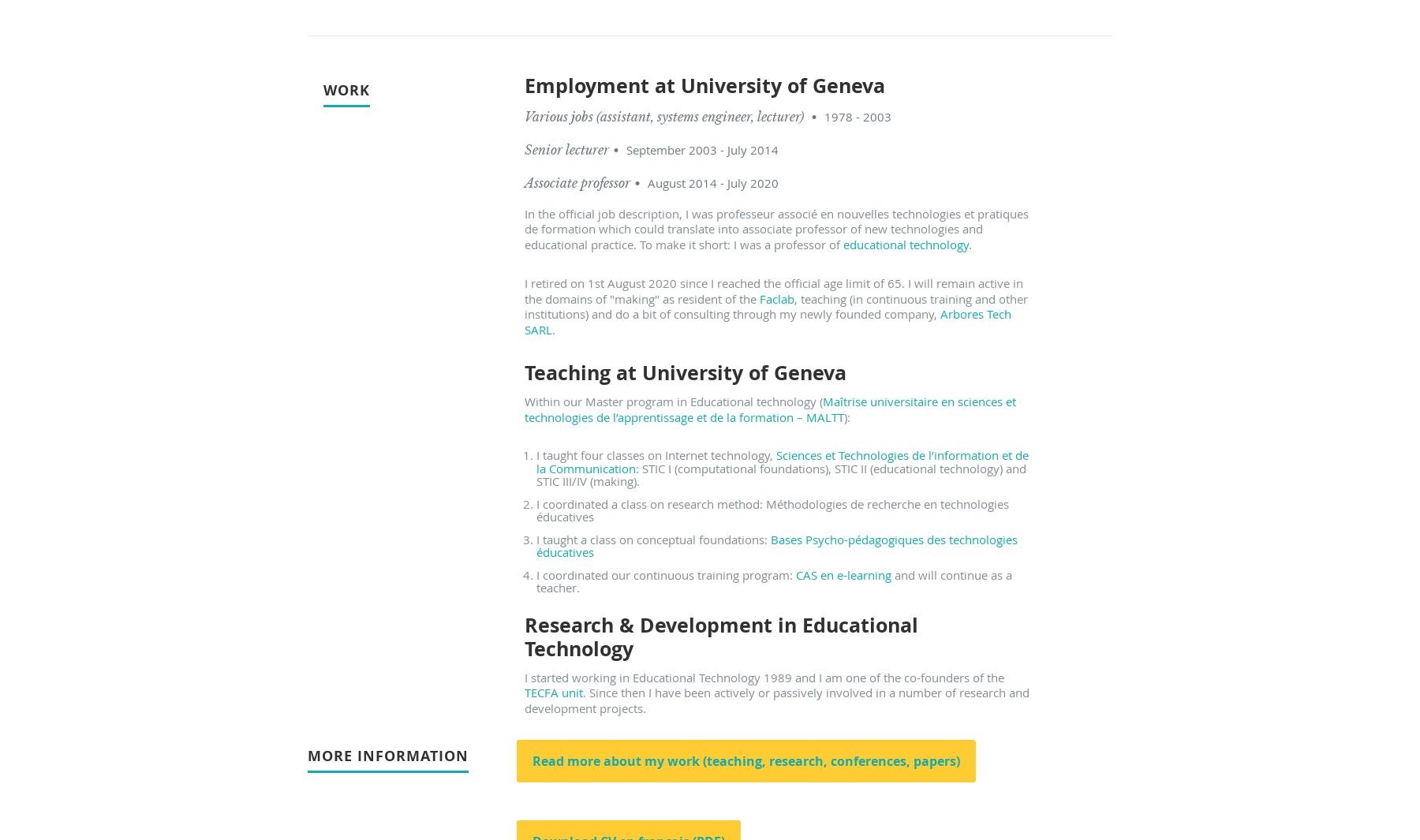  I want to click on 'I started working in Educational Technology 1989 and I am one of the co-founders of the', so click(763, 676).